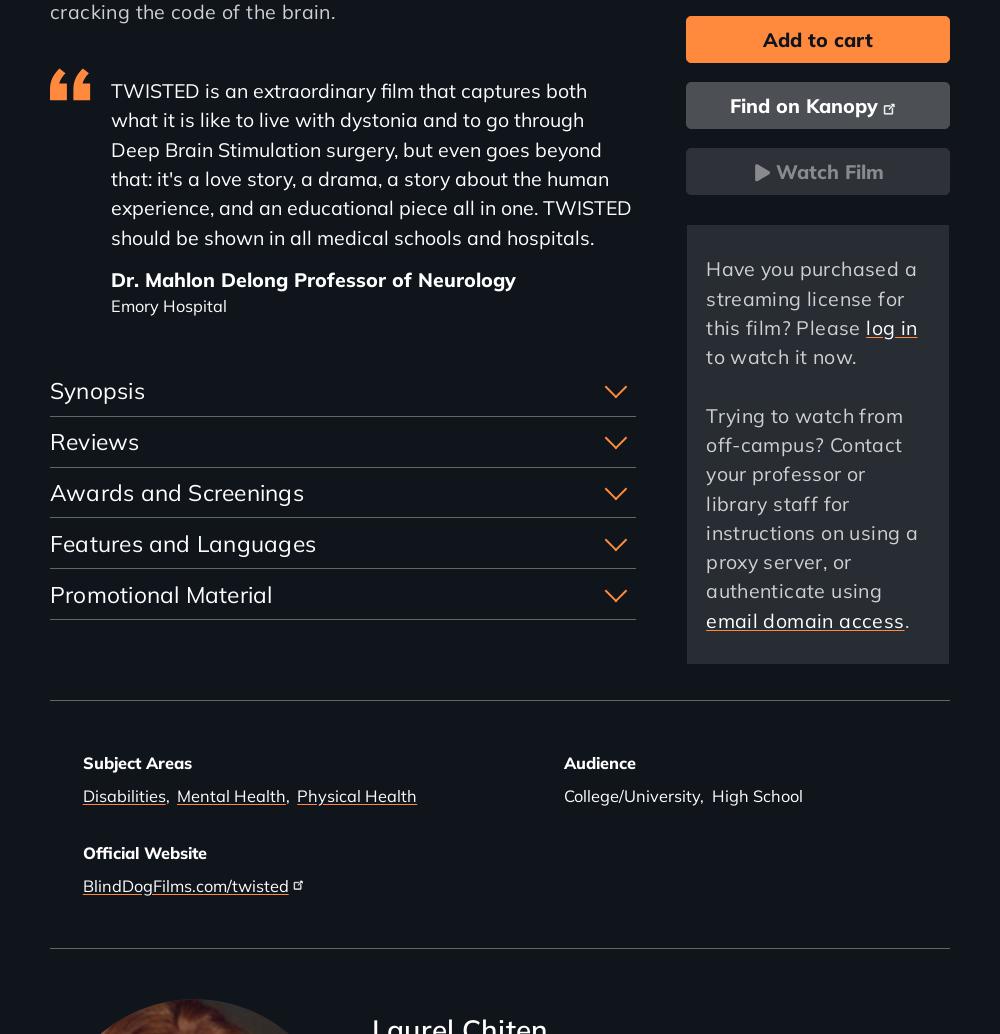 The height and width of the screenshot is (1034, 1000). Describe the element at coordinates (168, 304) in the screenshot. I see `'Emory Hospital'` at that location.